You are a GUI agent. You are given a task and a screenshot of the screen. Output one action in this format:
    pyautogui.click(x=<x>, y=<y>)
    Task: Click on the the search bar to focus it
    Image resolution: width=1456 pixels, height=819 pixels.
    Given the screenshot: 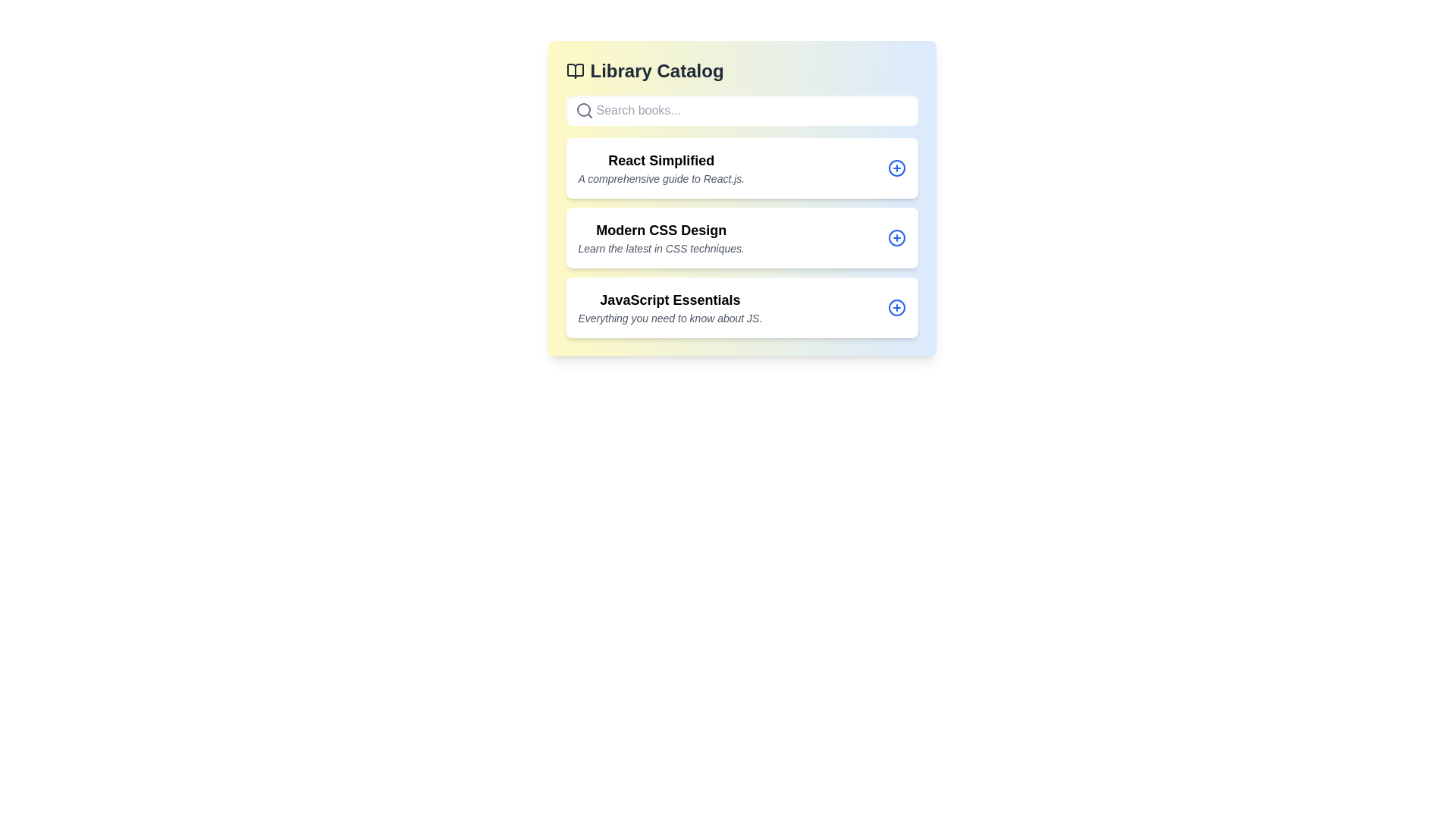 What is the action you would take?
    pyautogui.click(x=742, y=110)
    